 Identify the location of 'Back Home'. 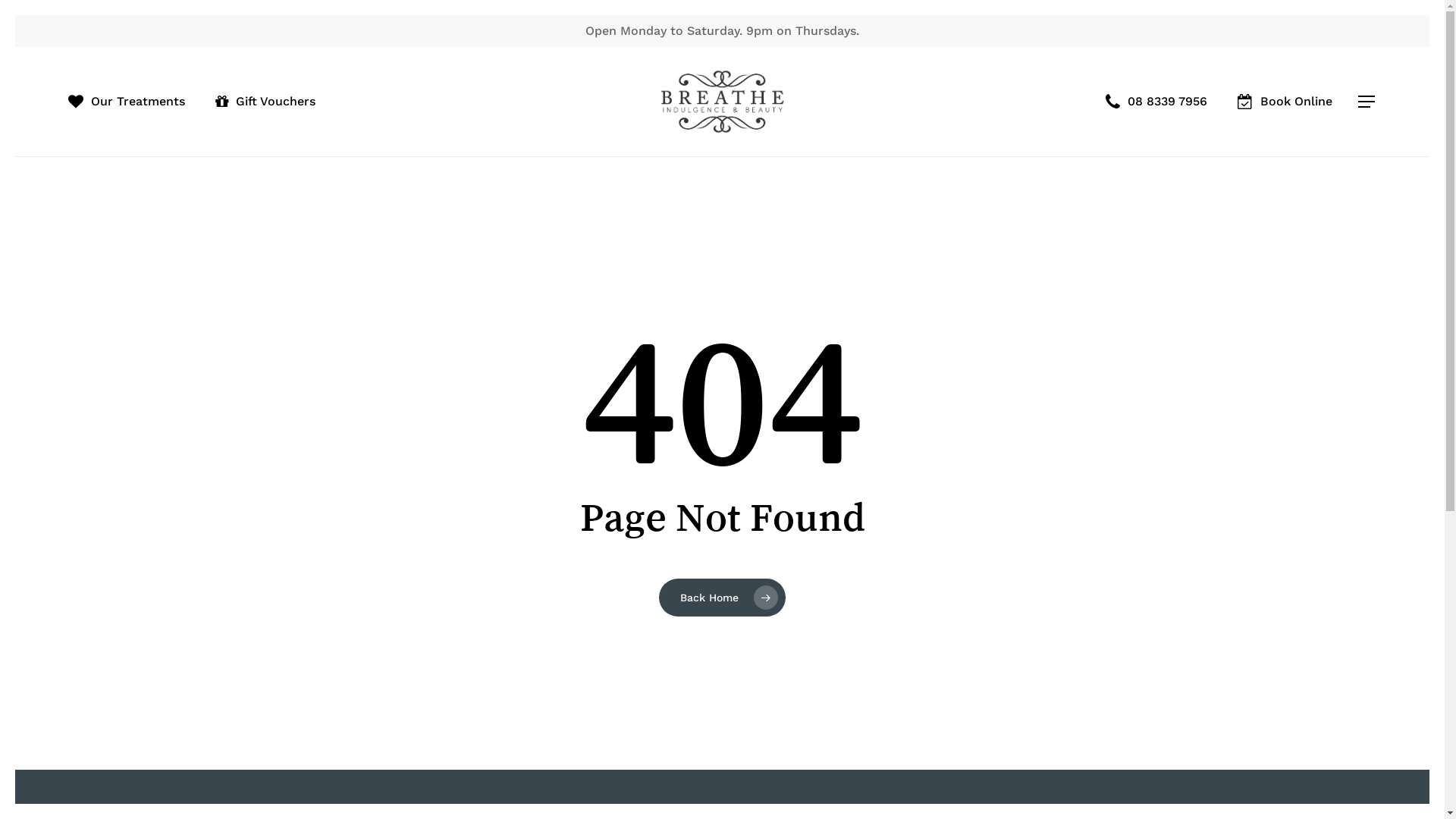
(721, 595).